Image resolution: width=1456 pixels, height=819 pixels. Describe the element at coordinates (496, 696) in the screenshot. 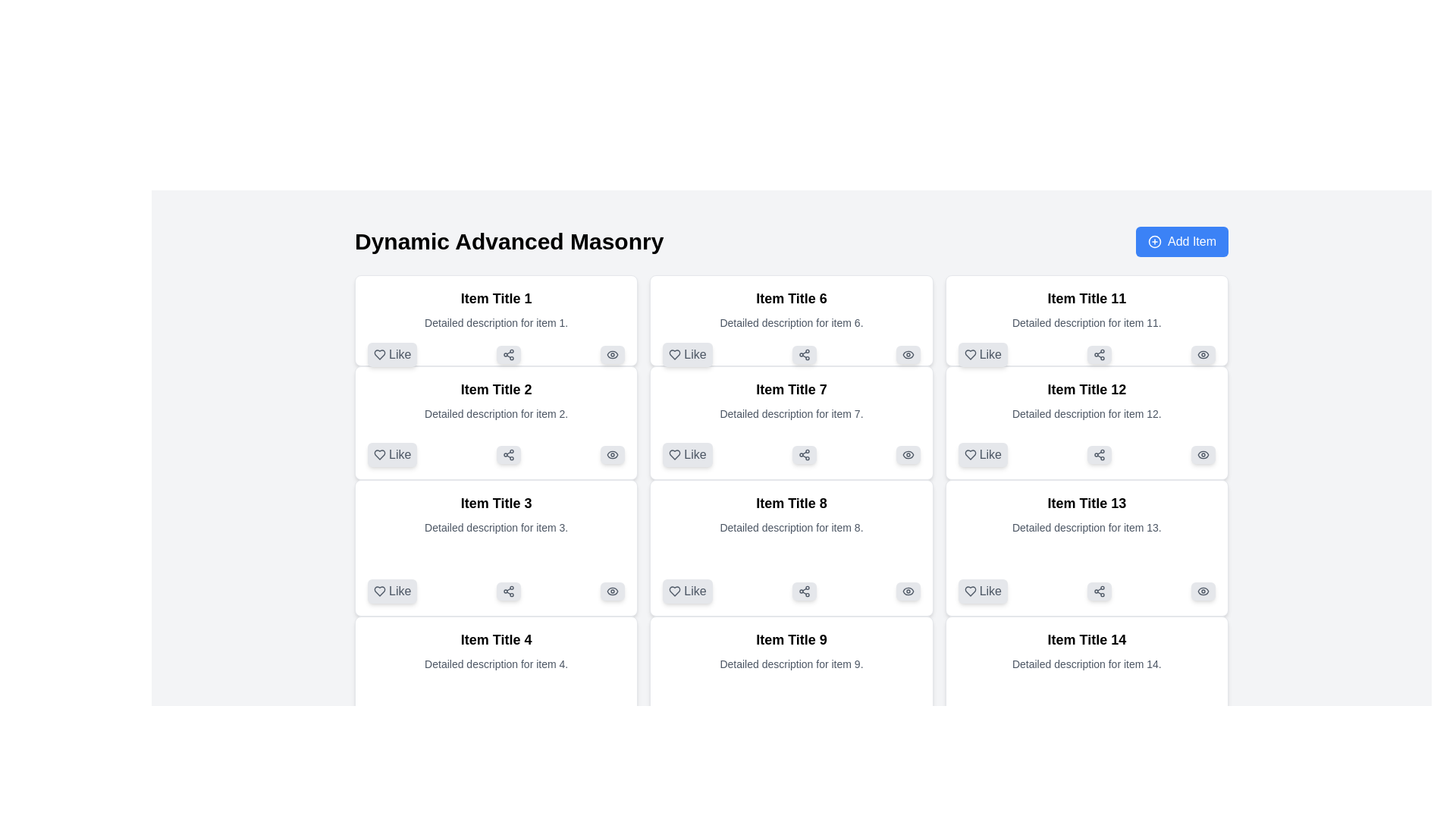

I see `the Card component located in the grid under 'Dynamic Advanced Masonry', specifically the fourth item in the first column of the second row` at that location.